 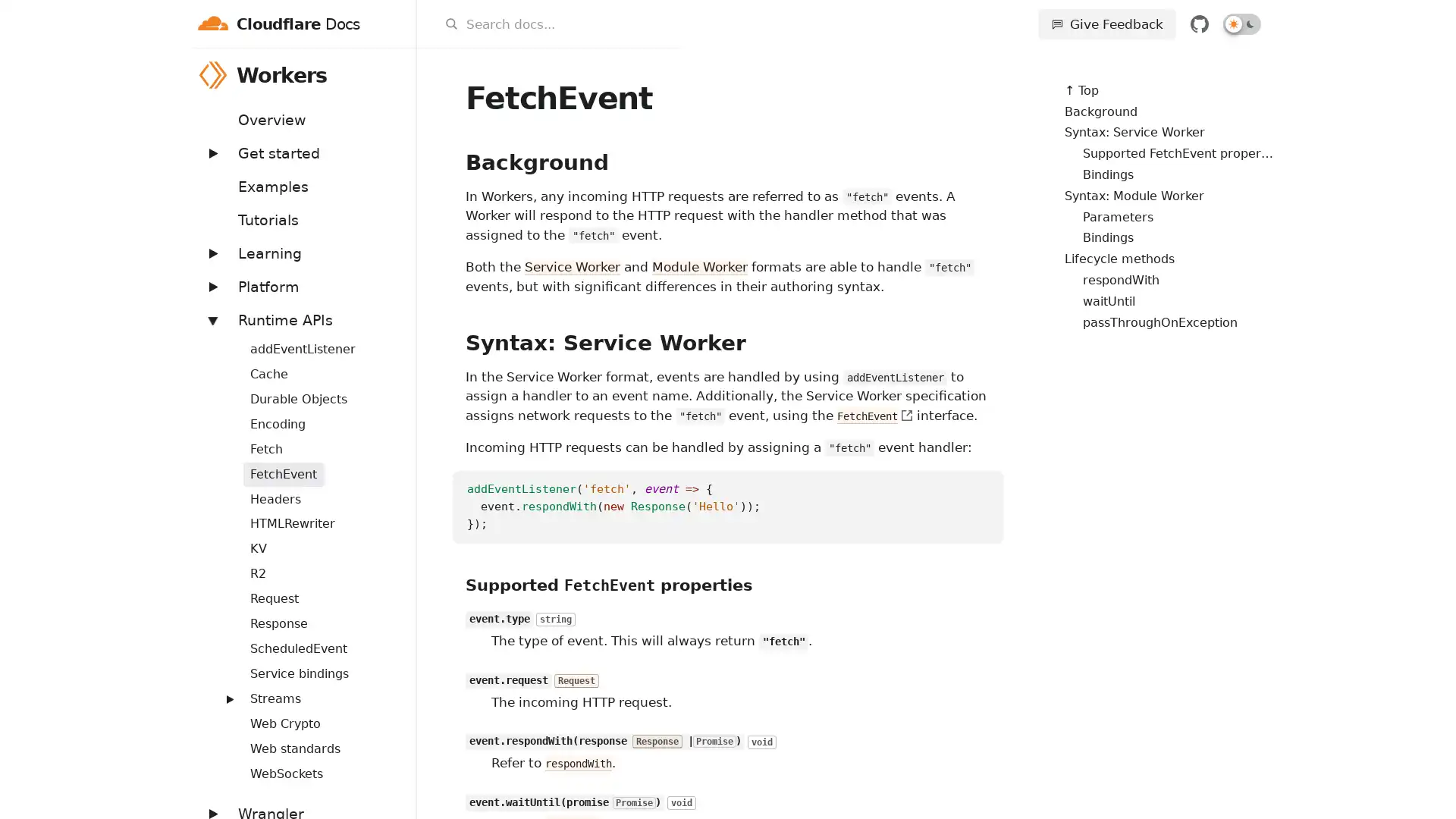 I want to click on Expand: Streams, so click(x=228, y=698).